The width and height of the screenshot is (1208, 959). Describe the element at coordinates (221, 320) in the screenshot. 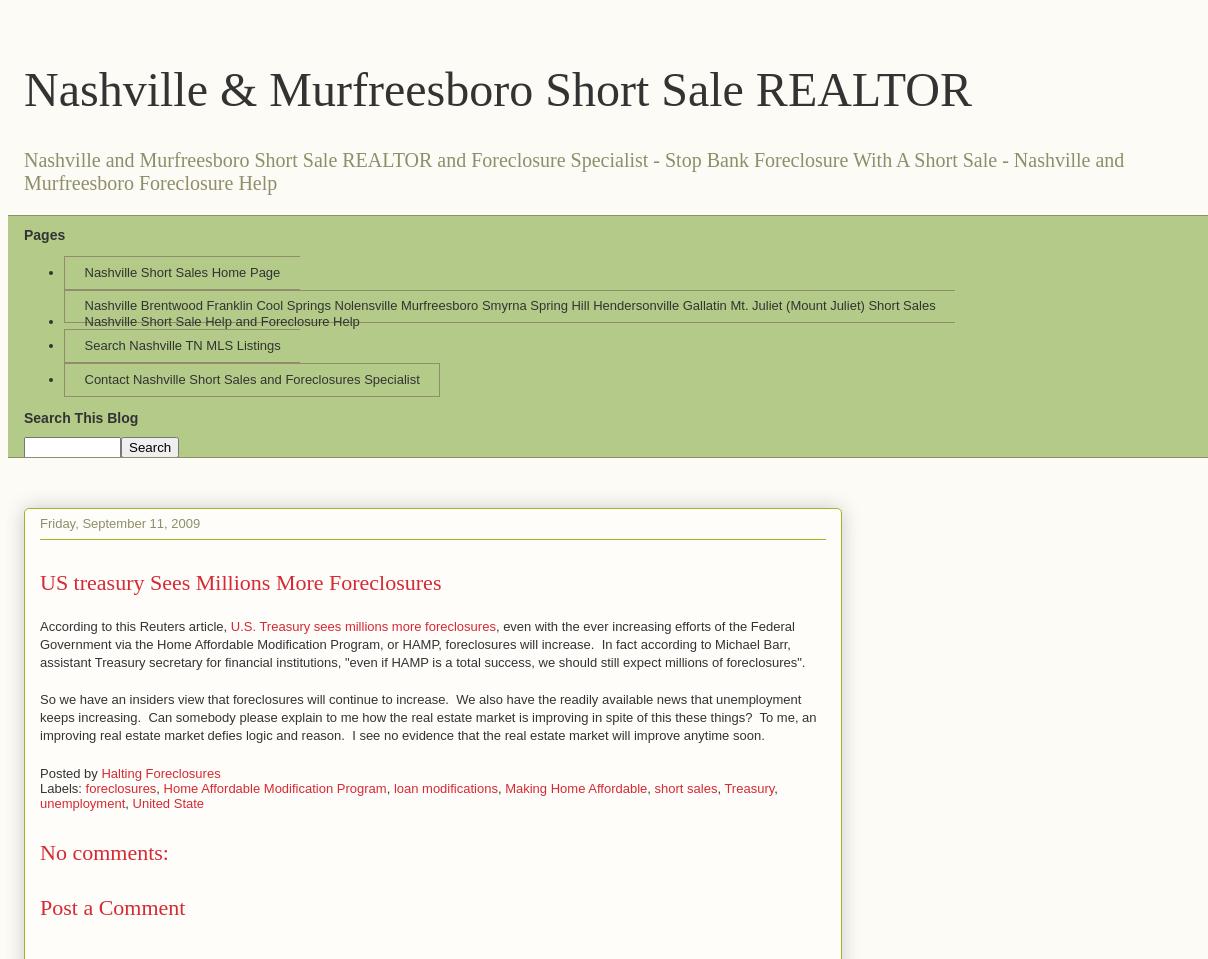

I see `'Nashville Short Sale Help and Foreclosure Help'` at that location.